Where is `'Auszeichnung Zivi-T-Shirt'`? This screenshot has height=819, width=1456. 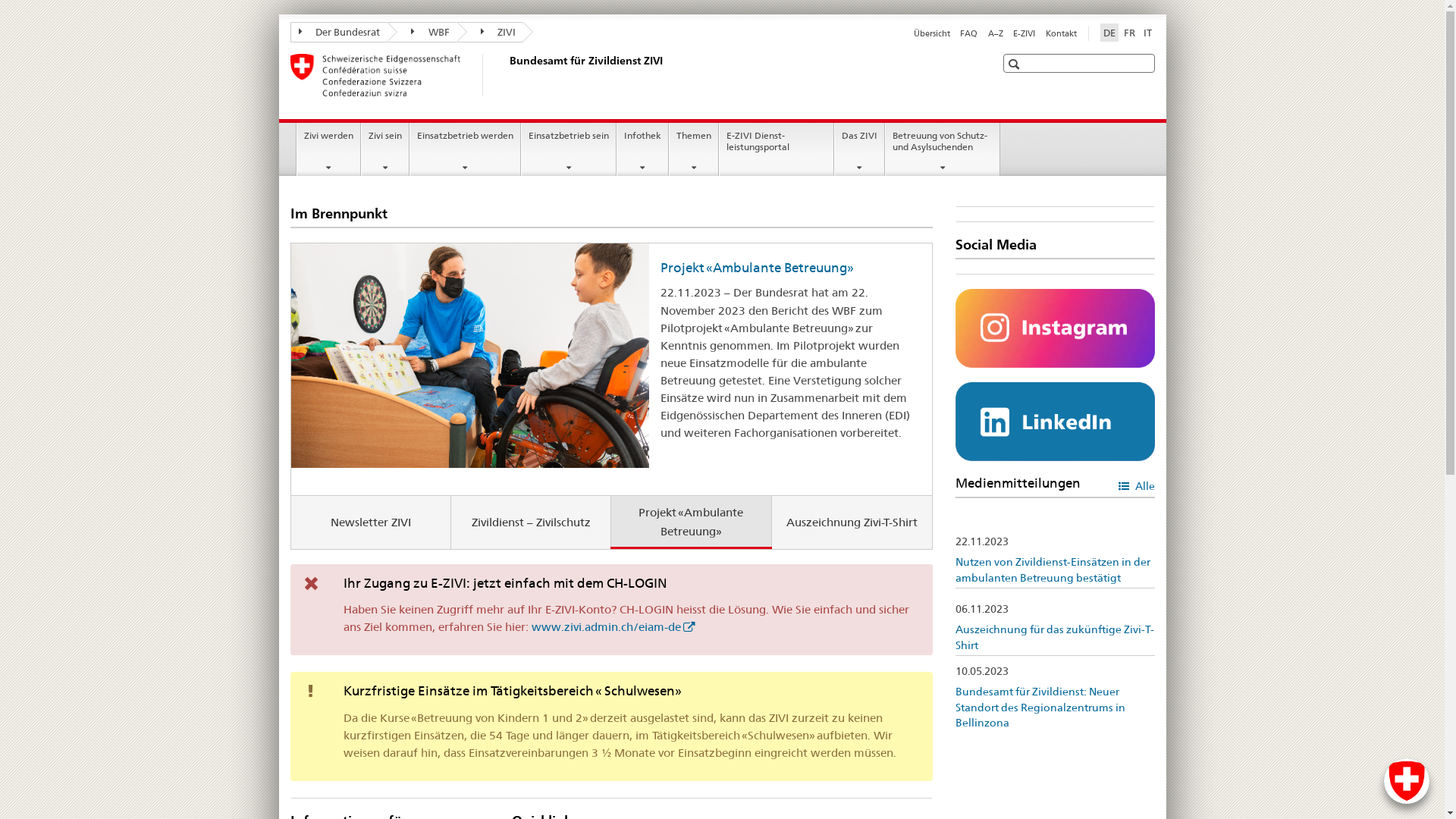 'Auszeichnung Zivi-T-Shirt' is located at coordinates (852, 521).